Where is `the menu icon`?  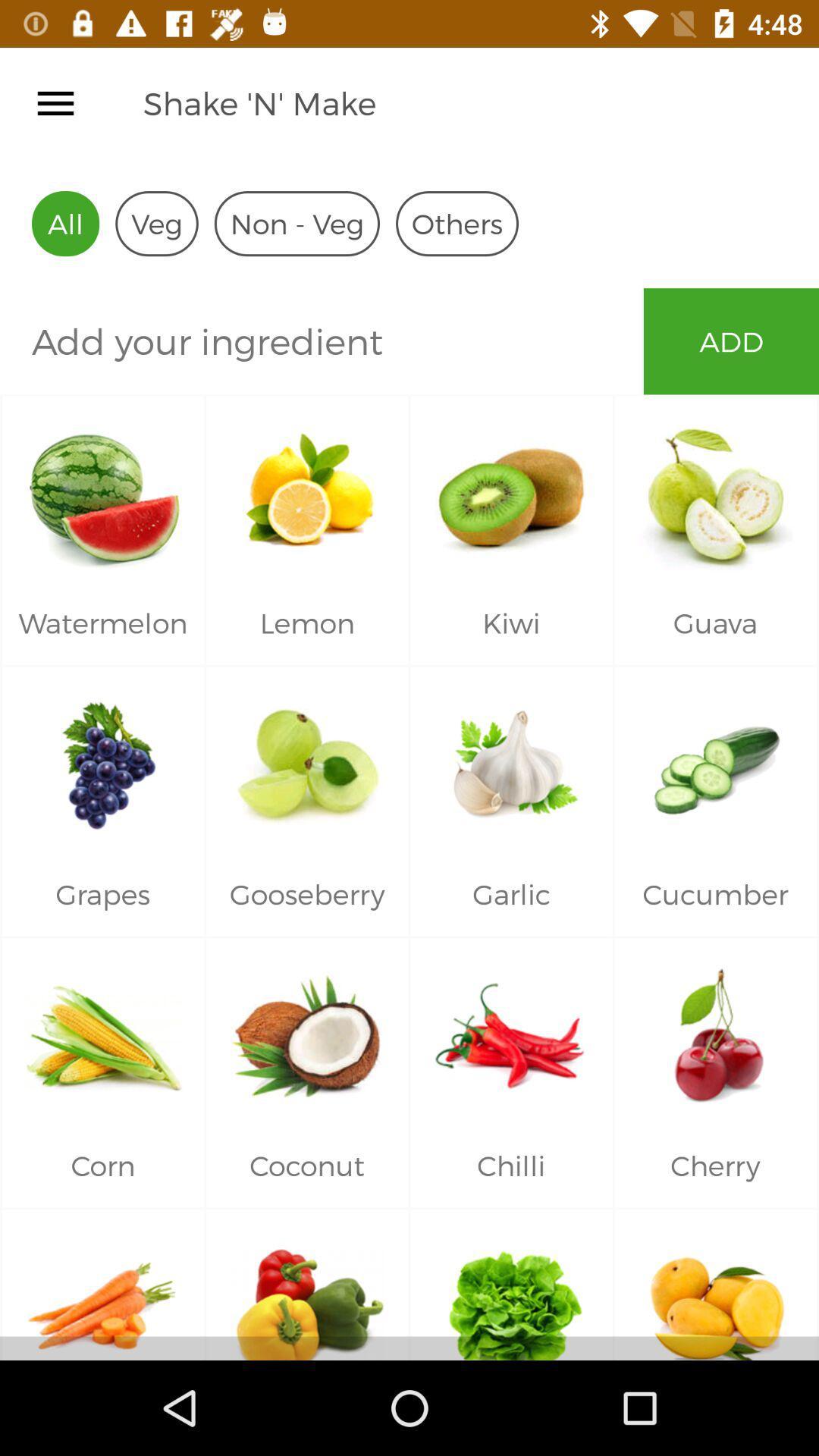
the menu icon is located at coordinates (55, 102).